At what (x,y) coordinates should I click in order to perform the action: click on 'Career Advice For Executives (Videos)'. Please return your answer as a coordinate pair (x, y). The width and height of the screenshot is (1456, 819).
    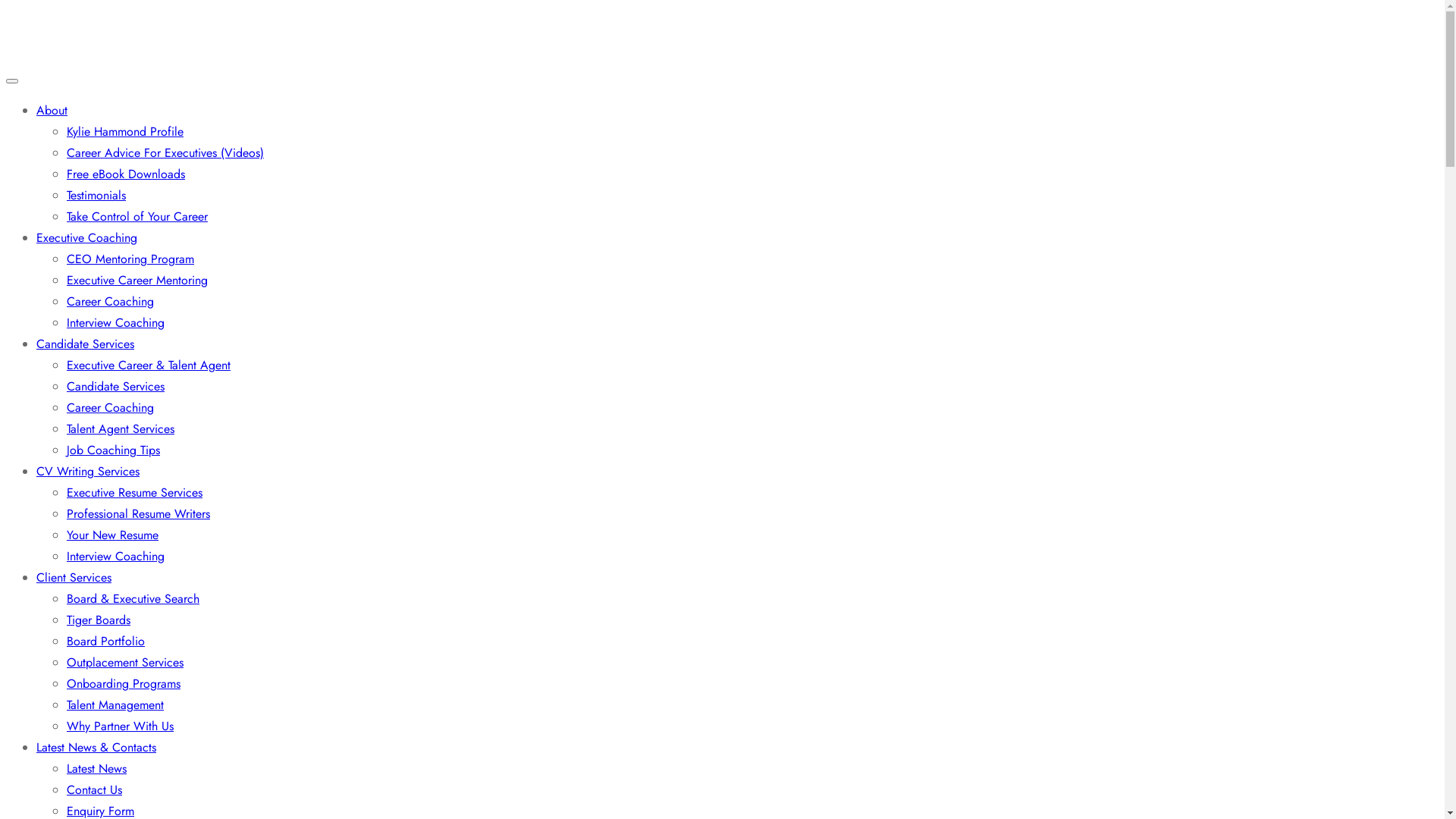
    Looking at the image, I should click on (165, 152).